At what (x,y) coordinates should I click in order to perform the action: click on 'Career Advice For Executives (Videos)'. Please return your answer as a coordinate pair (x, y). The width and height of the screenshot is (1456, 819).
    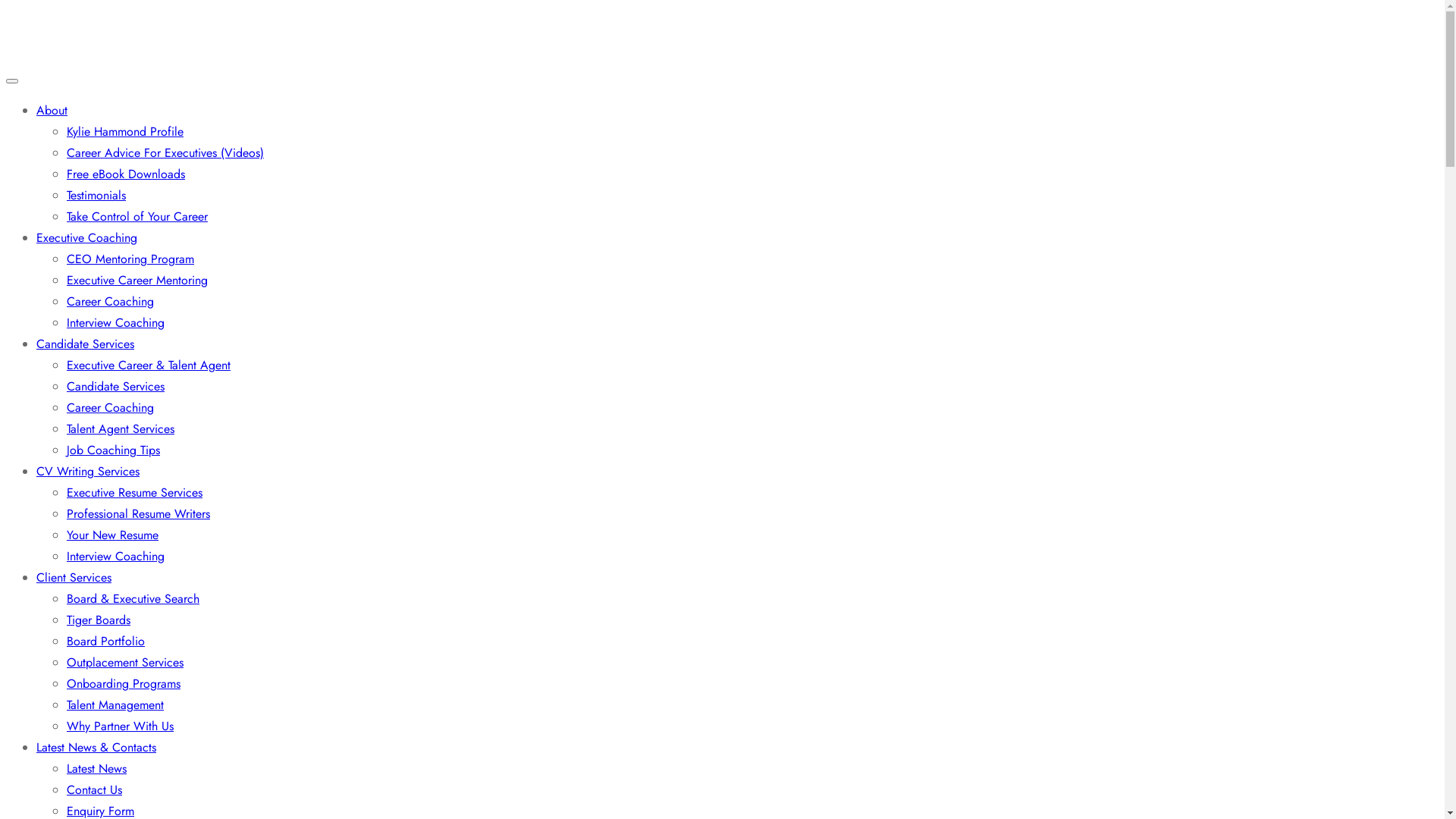
    Looking at the image, I should click on (165, 152).